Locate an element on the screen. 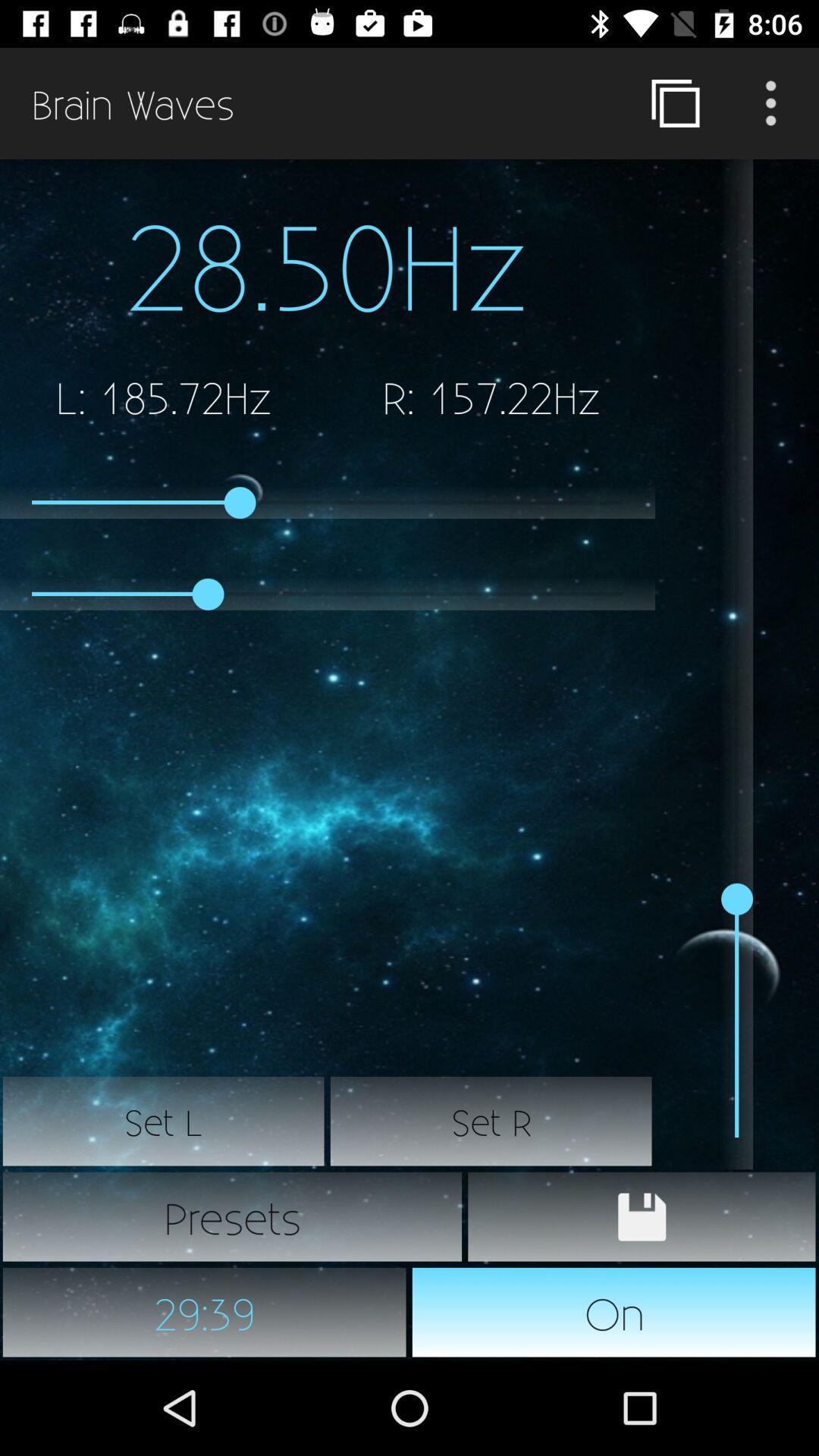 This screenshot has height=1456, width=819. the icon next to 29:39 is located at coordinates (614, 1312).